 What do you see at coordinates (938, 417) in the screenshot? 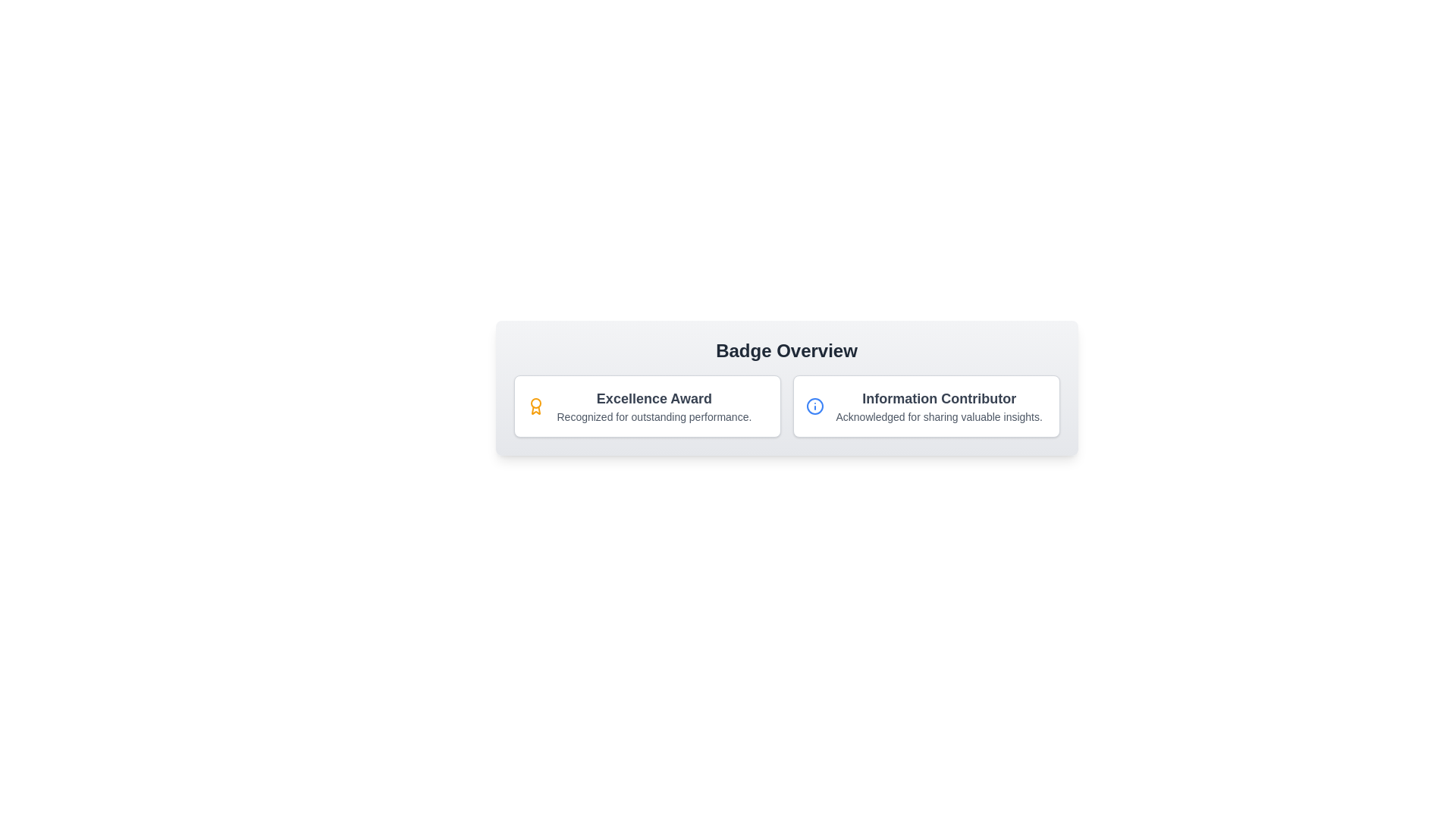
I see `text element that says 'Acknowledged for sharing valuable insights.', which is styled in a smaller font size and gray color, located directly below the 'Information Contributor' label` at bounding box center [938, 417].